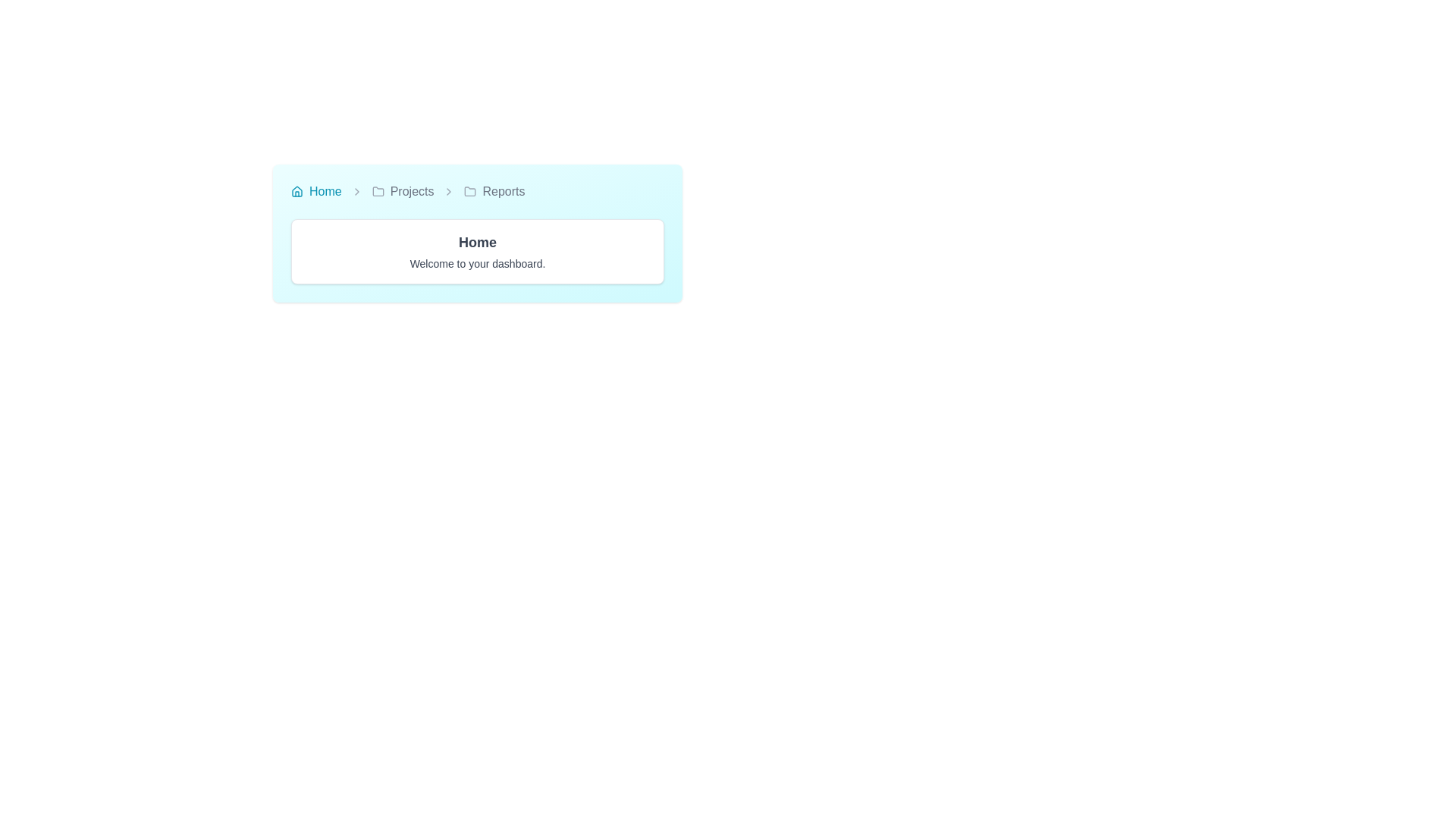 This screenshot has height=819, width=1456. I want to click on the house icon located at the top-left corner of the breadcrumb bar, so click(297, 191).